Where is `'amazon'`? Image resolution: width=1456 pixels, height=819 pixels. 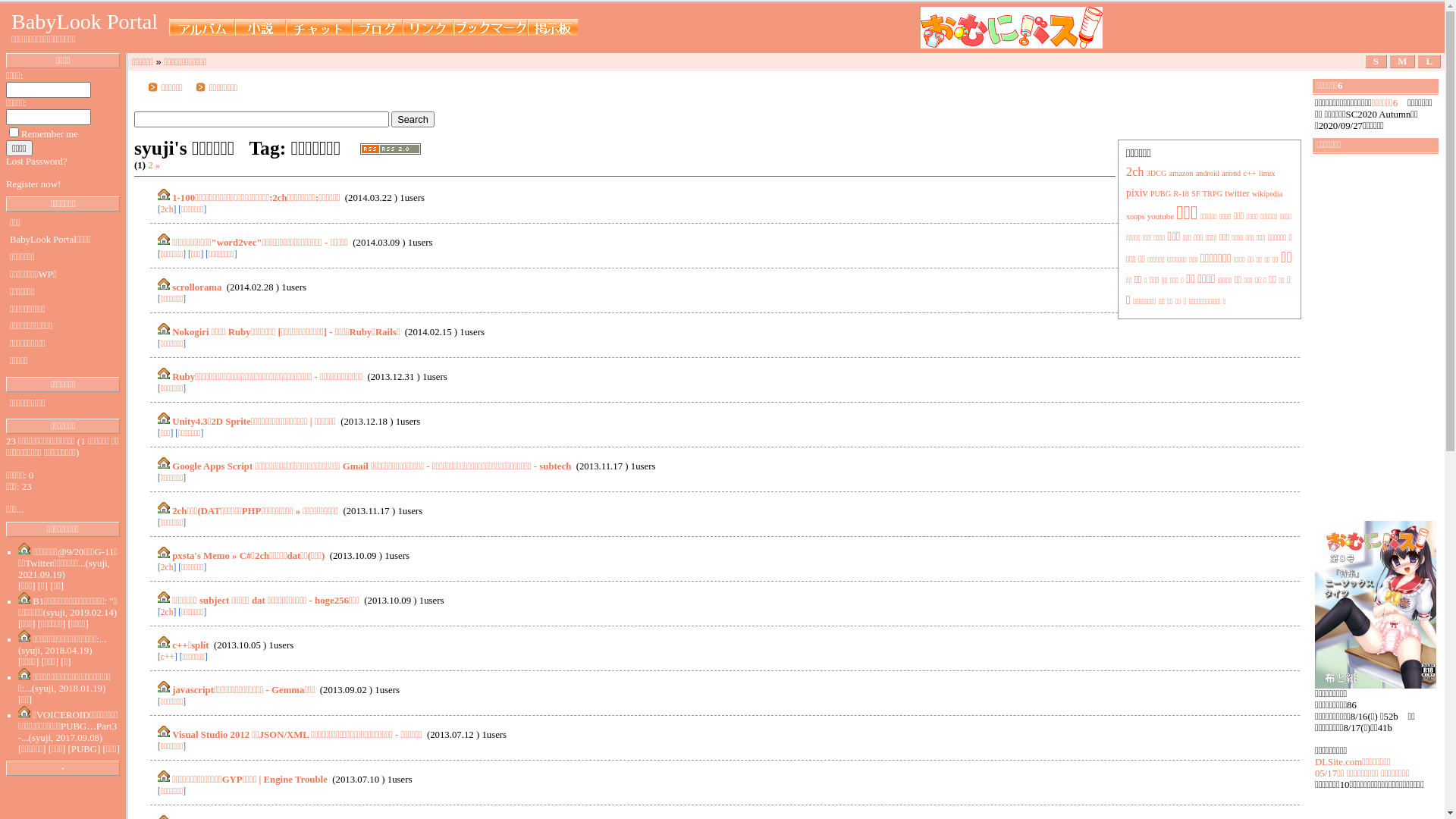
'amazon' is located at coordinates (1168, 172).